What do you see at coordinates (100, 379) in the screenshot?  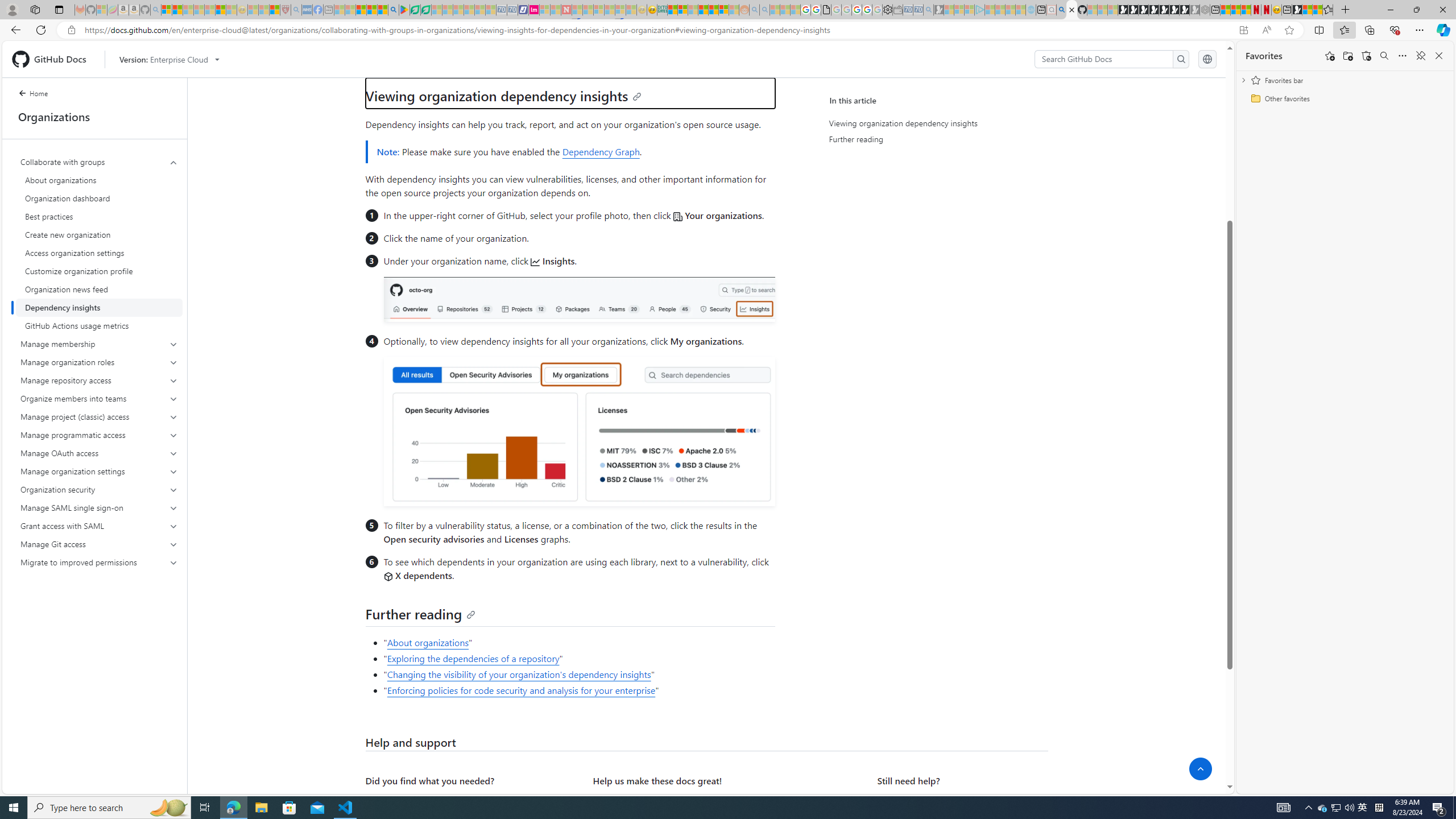 I see `'Manage repository access'` at bounding box center [100, 379].